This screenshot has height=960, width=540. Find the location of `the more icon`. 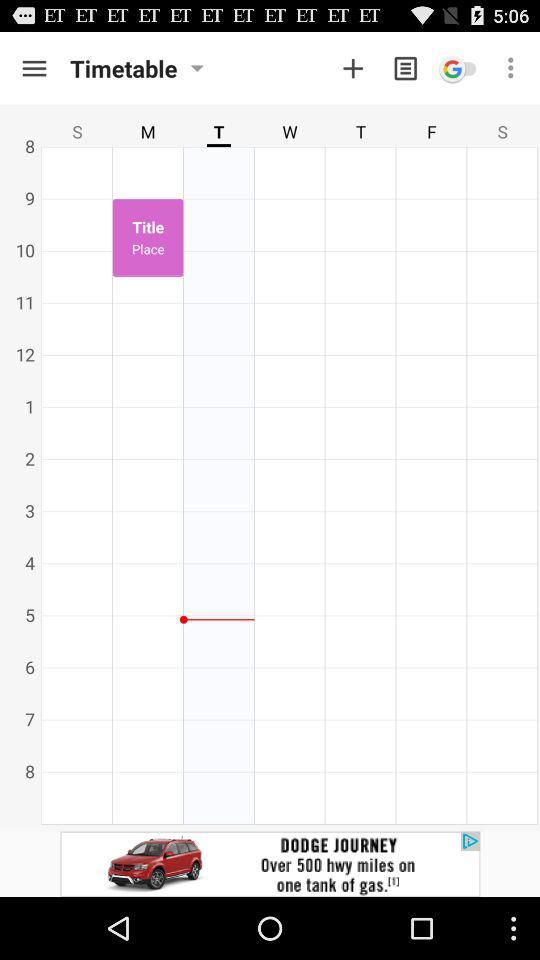

the more icon is located at coordinates (510, 73).